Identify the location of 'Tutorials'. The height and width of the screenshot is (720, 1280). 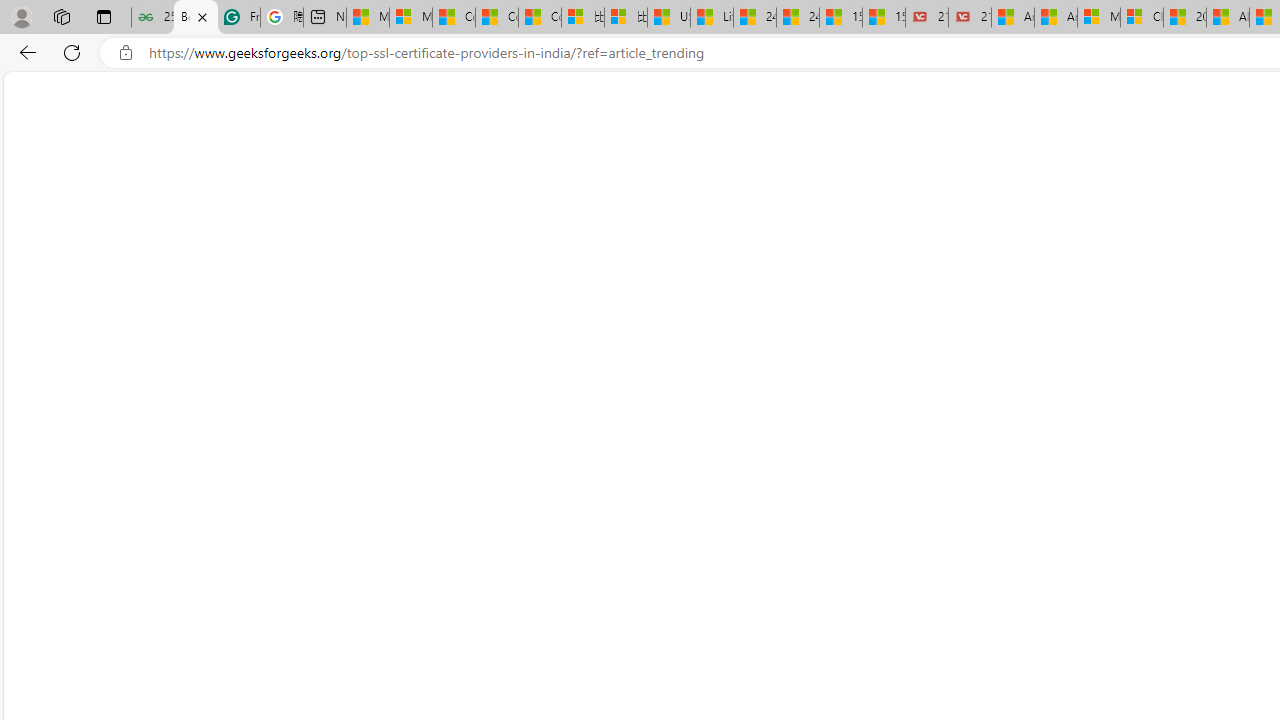
(67, 96).